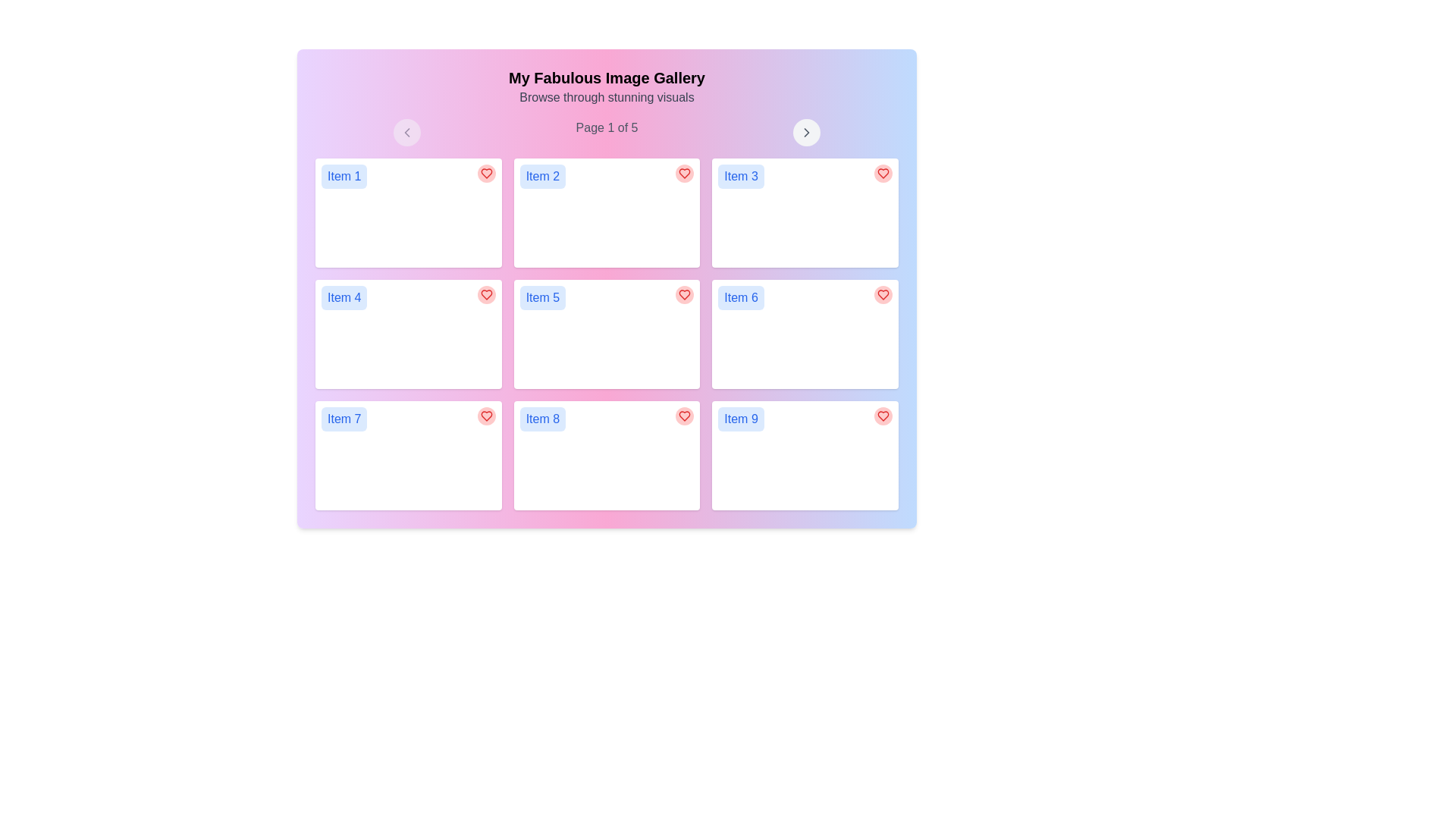 The image size is (1456, 819). What do you see at coordinates (486, 172) in the screenshot?
I see `the favorite button located in the upper-right corner of the card labeled 'Item 1' in 'My Fabulous Image Gallery' to mark the item as a favorite` at bounding box center [486, 172].